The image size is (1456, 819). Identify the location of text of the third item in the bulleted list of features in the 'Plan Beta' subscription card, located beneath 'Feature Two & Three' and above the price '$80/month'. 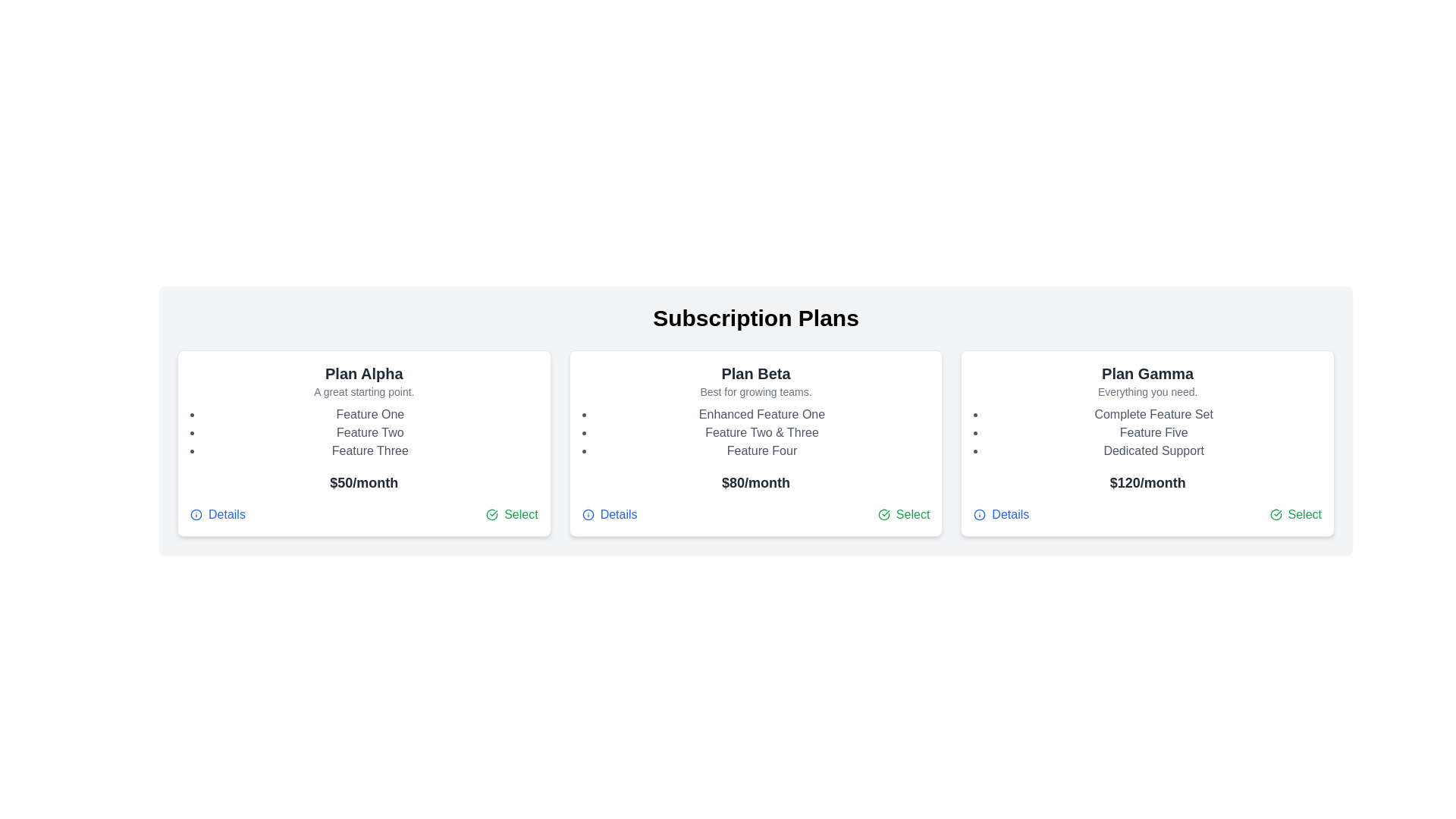
(761, 450).